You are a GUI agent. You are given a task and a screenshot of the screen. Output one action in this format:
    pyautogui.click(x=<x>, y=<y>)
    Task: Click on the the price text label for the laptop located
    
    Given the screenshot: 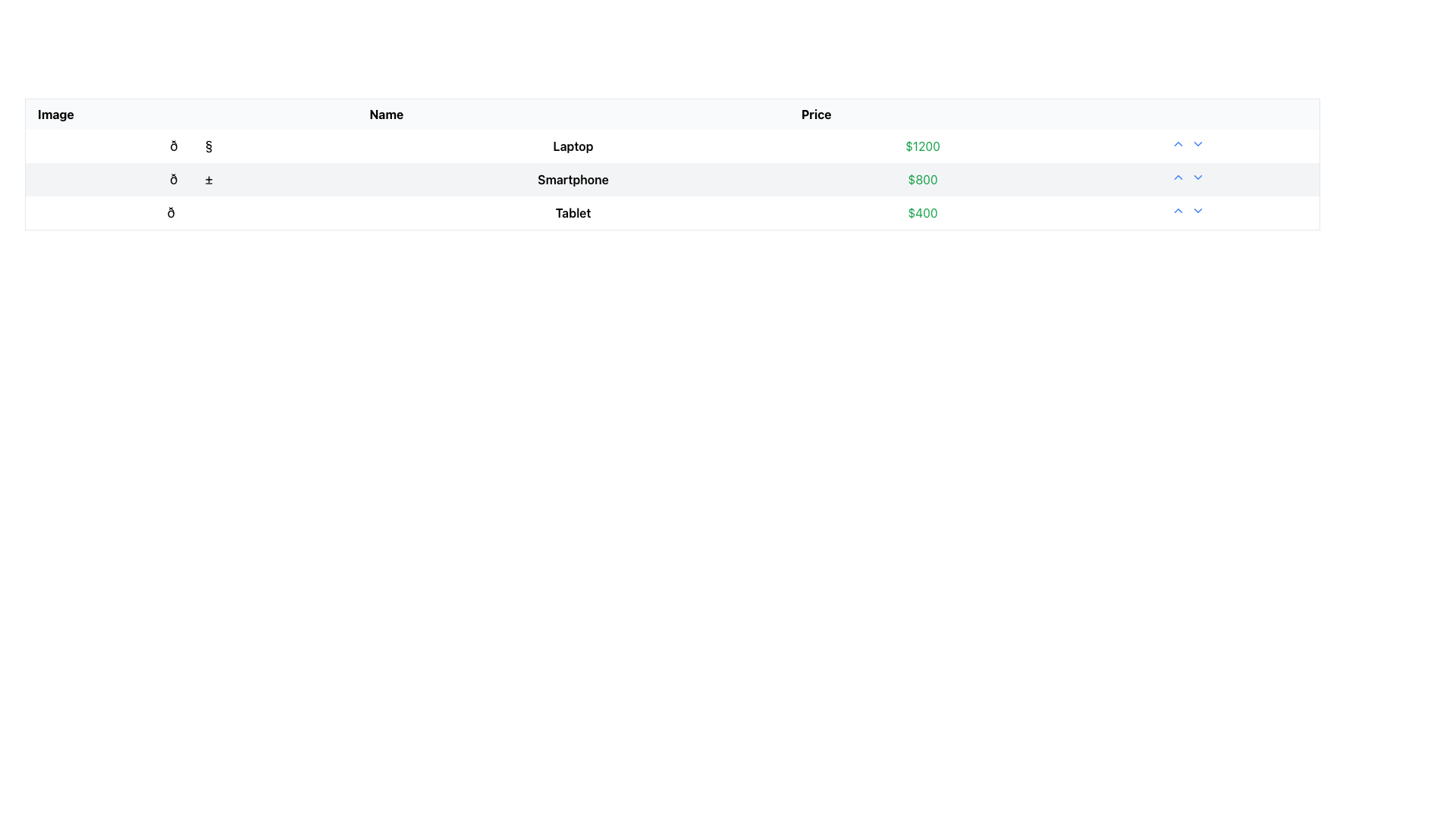 What is the action you would take?
    pyautogui.click(x=922, y=146)
    